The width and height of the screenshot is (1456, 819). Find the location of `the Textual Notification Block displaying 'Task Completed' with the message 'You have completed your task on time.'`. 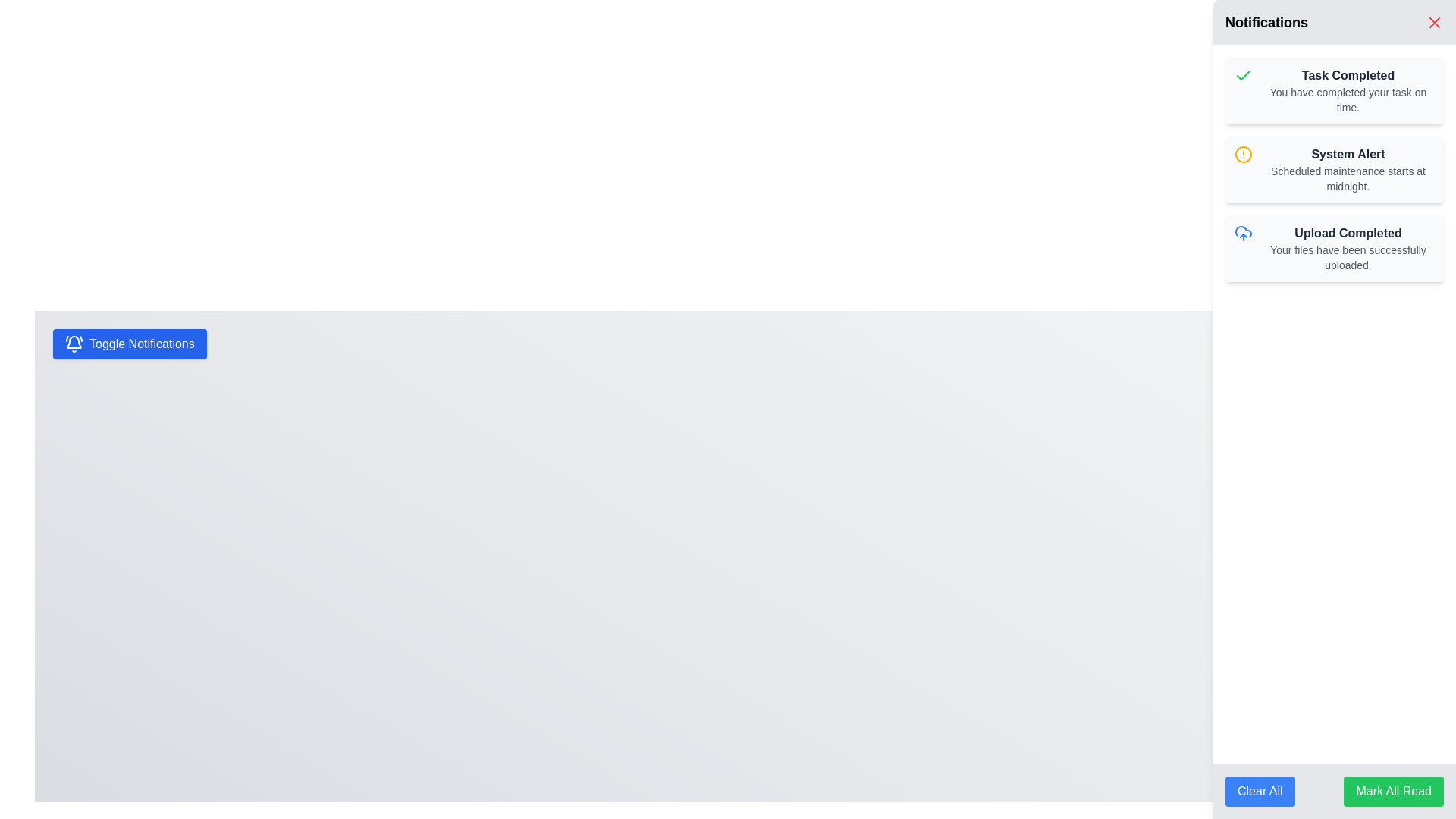

the Textual Notification Block displaying 'Task Completed' with the message 'You have completed your task on time.' is located at coordinates (1348, 90).